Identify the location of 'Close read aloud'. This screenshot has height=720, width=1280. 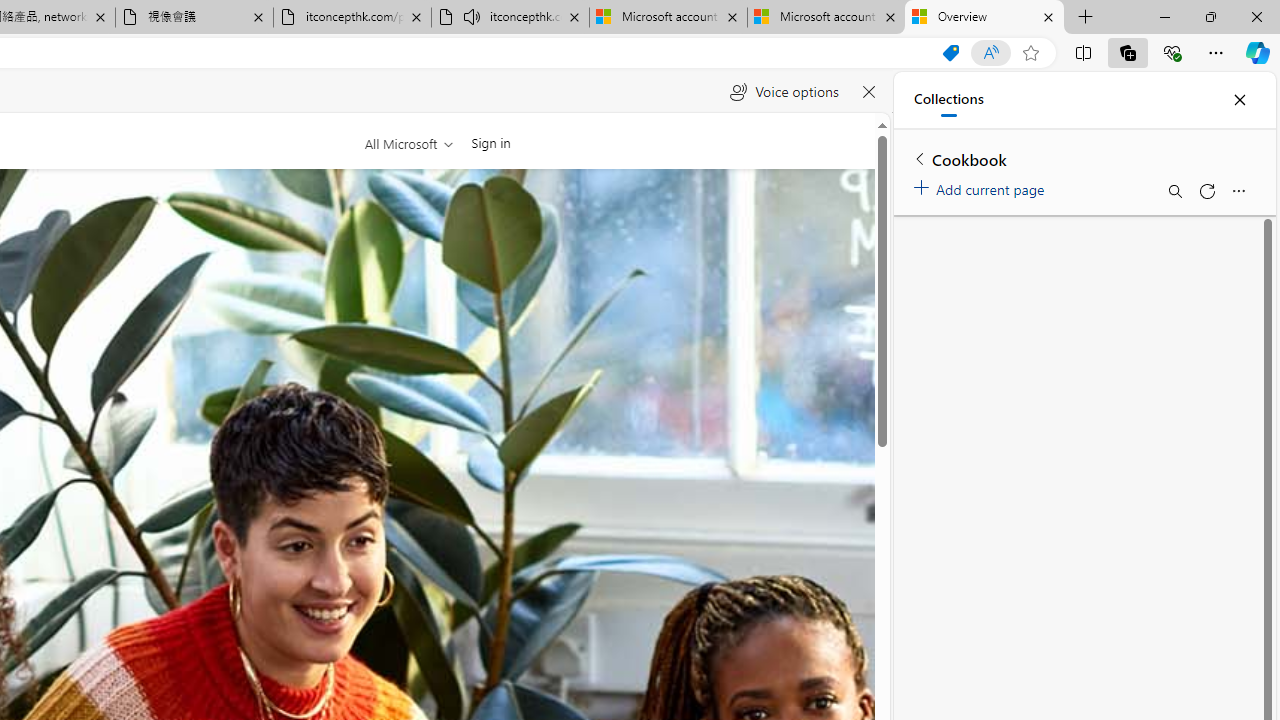
(868, 92).